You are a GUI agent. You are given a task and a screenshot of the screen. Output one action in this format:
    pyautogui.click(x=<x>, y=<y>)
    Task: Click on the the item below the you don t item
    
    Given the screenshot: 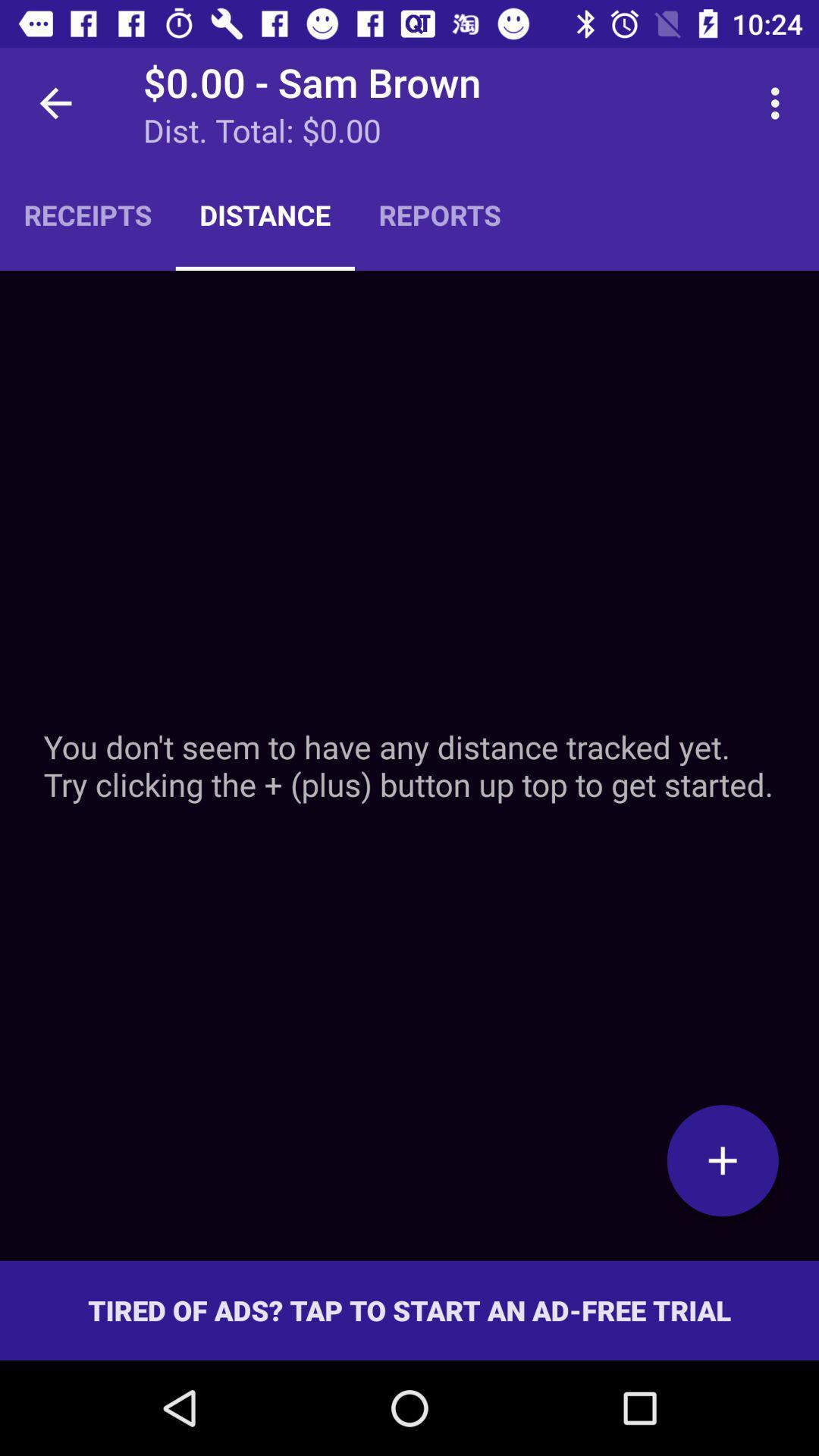 What is the action you would take?
    pyautogui.click(x=722, y=1159)
    